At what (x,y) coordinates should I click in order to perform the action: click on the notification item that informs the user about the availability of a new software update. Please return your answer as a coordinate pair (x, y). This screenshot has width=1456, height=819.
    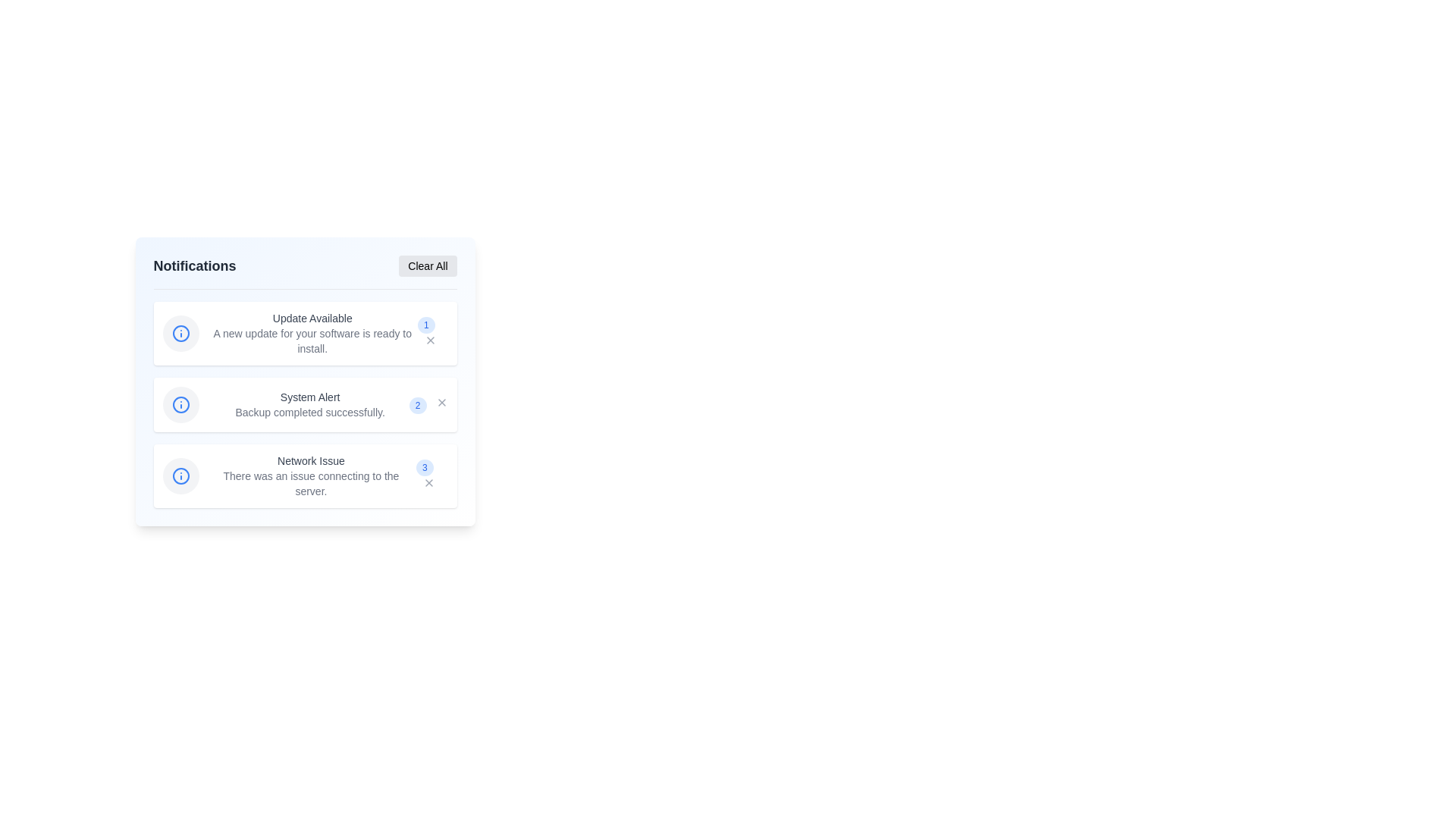
    Looking at the image, I should click on (304, 332).